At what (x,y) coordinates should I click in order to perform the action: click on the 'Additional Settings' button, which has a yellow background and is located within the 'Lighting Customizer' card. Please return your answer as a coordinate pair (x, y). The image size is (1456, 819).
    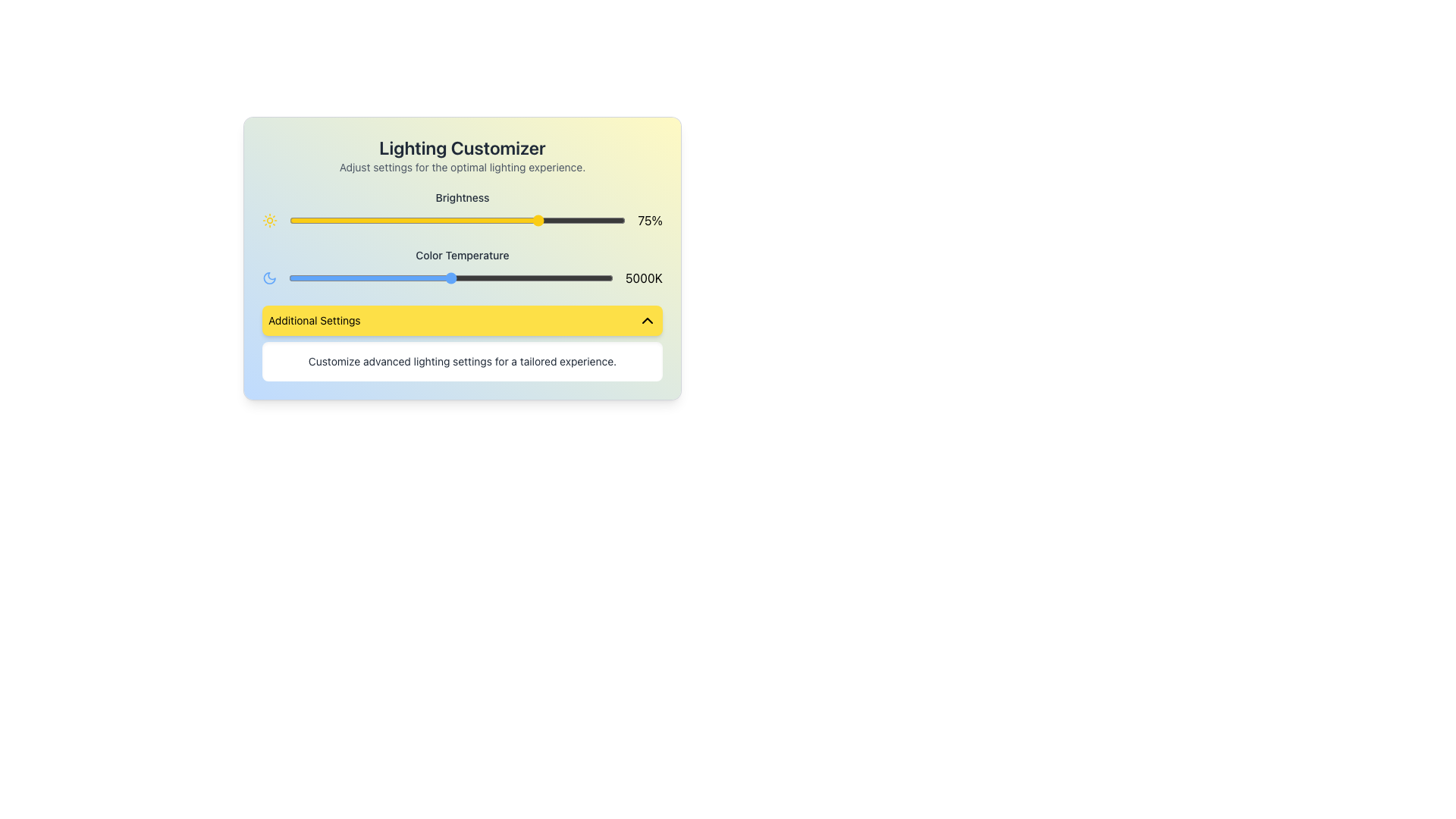
    Looking at the image, I should click on (461, 320).